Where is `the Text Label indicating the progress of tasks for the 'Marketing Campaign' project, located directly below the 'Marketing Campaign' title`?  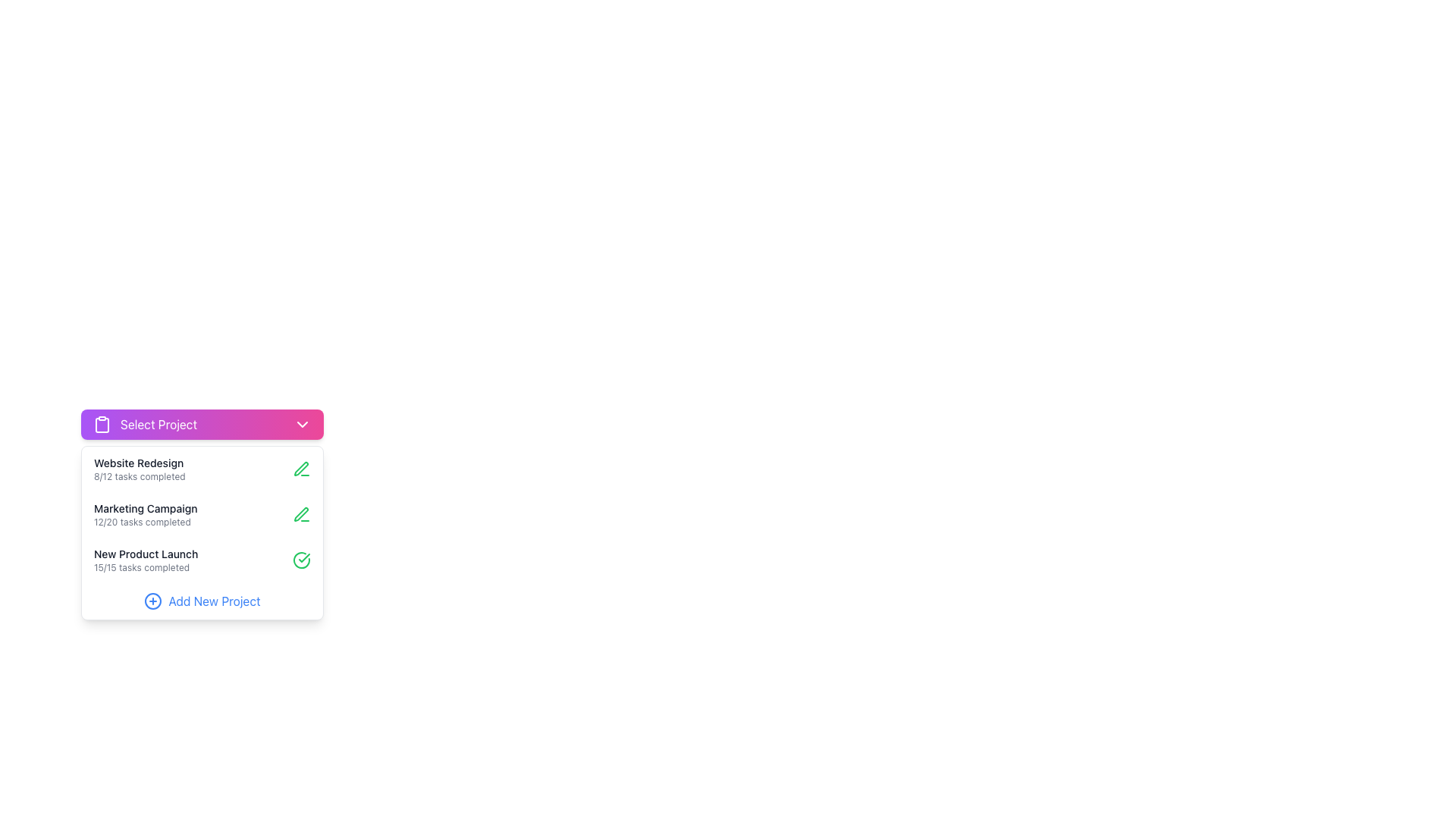 the Text Label indicating the progress of tasks for the 'Marketing Campaign' project, located directly below the 'Marketing Campaign' title is located at coordinates (146, 522).